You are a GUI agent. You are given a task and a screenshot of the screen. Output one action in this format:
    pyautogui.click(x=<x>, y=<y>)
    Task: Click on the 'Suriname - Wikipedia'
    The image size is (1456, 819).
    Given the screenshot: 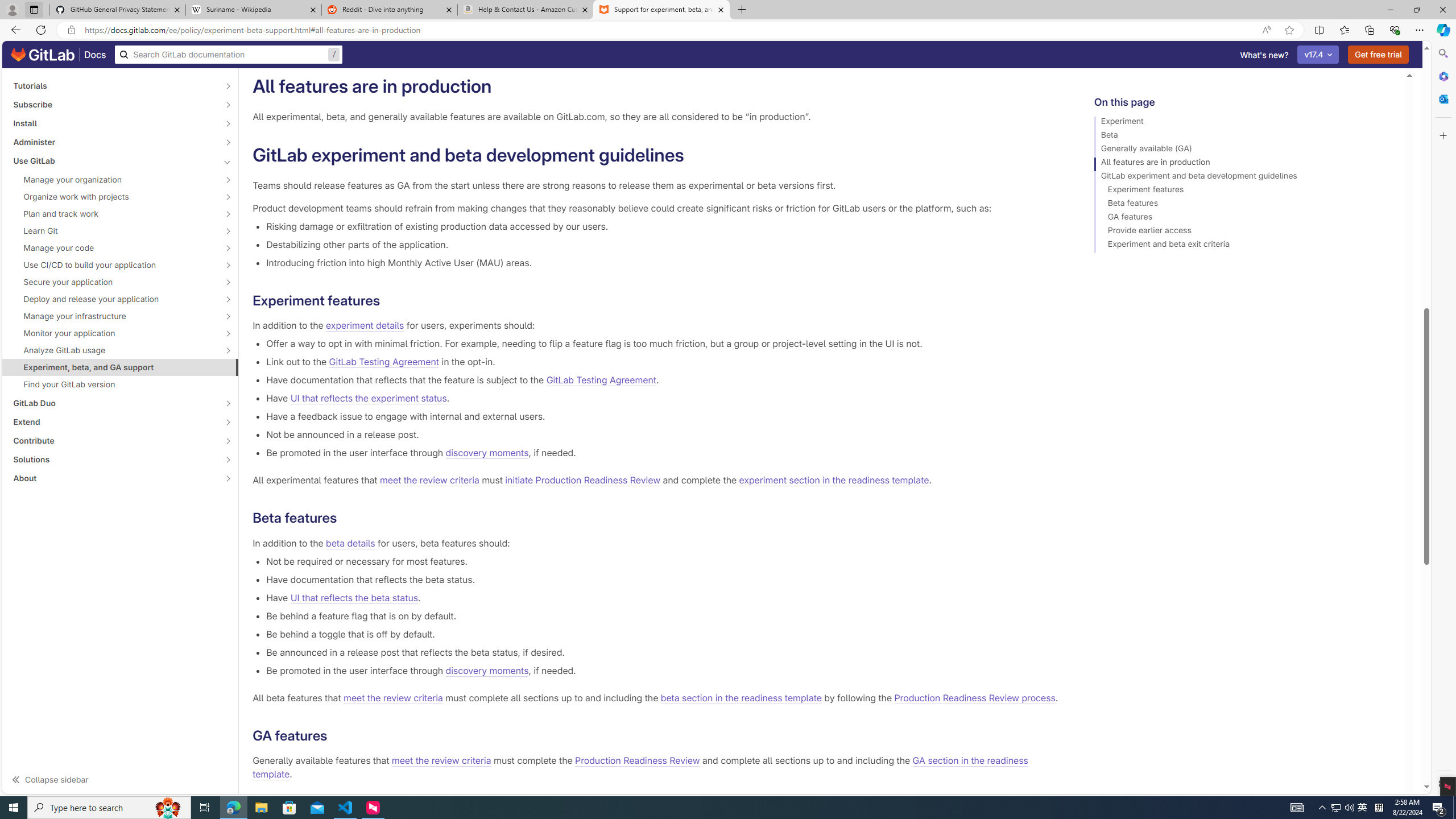 What is the action you would take?
    pyautogui.click(x=253, y=9)
    